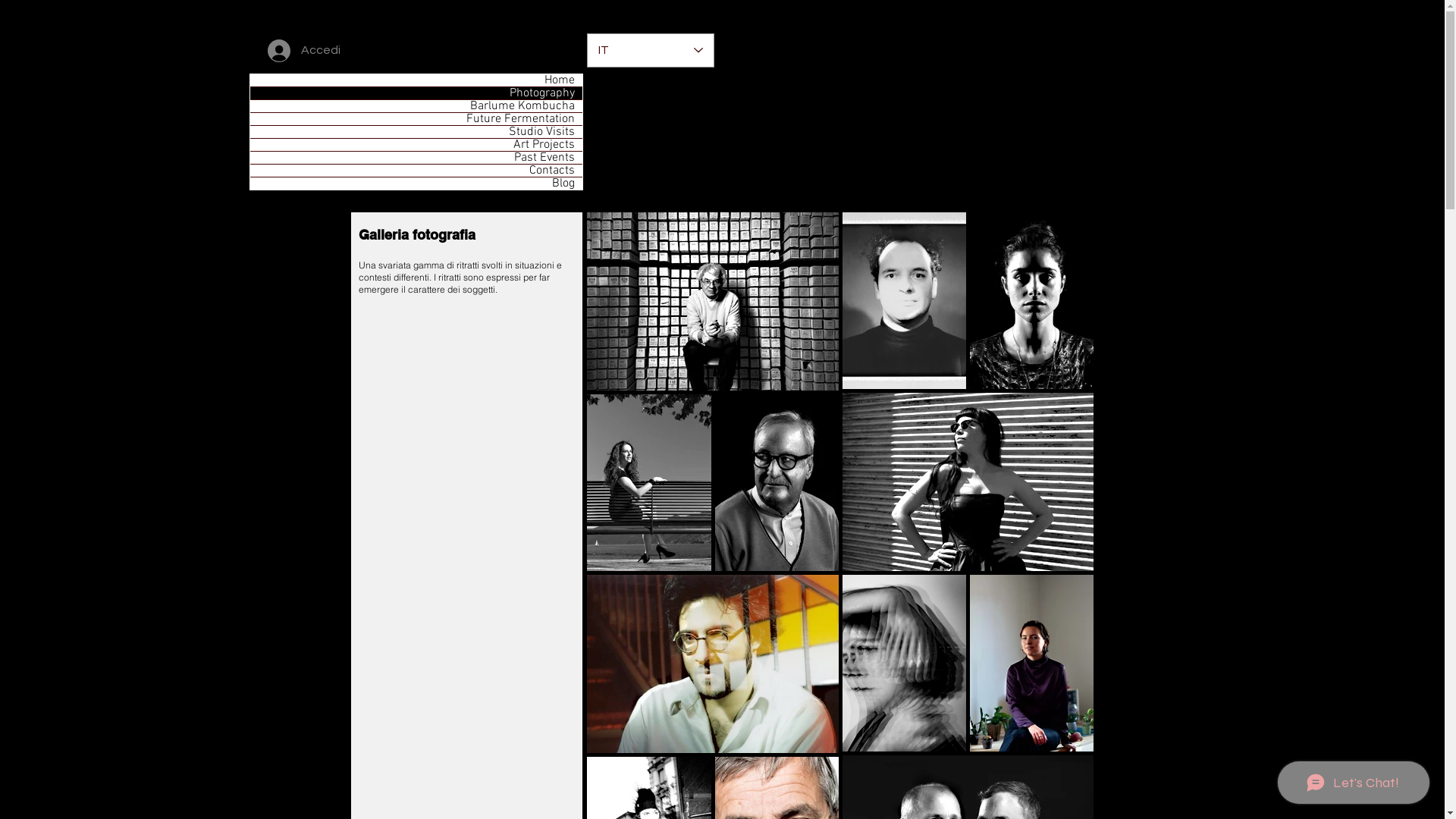  I want to click on 'TWIPLA (Visitor Analytics)', so click(1442, 5).